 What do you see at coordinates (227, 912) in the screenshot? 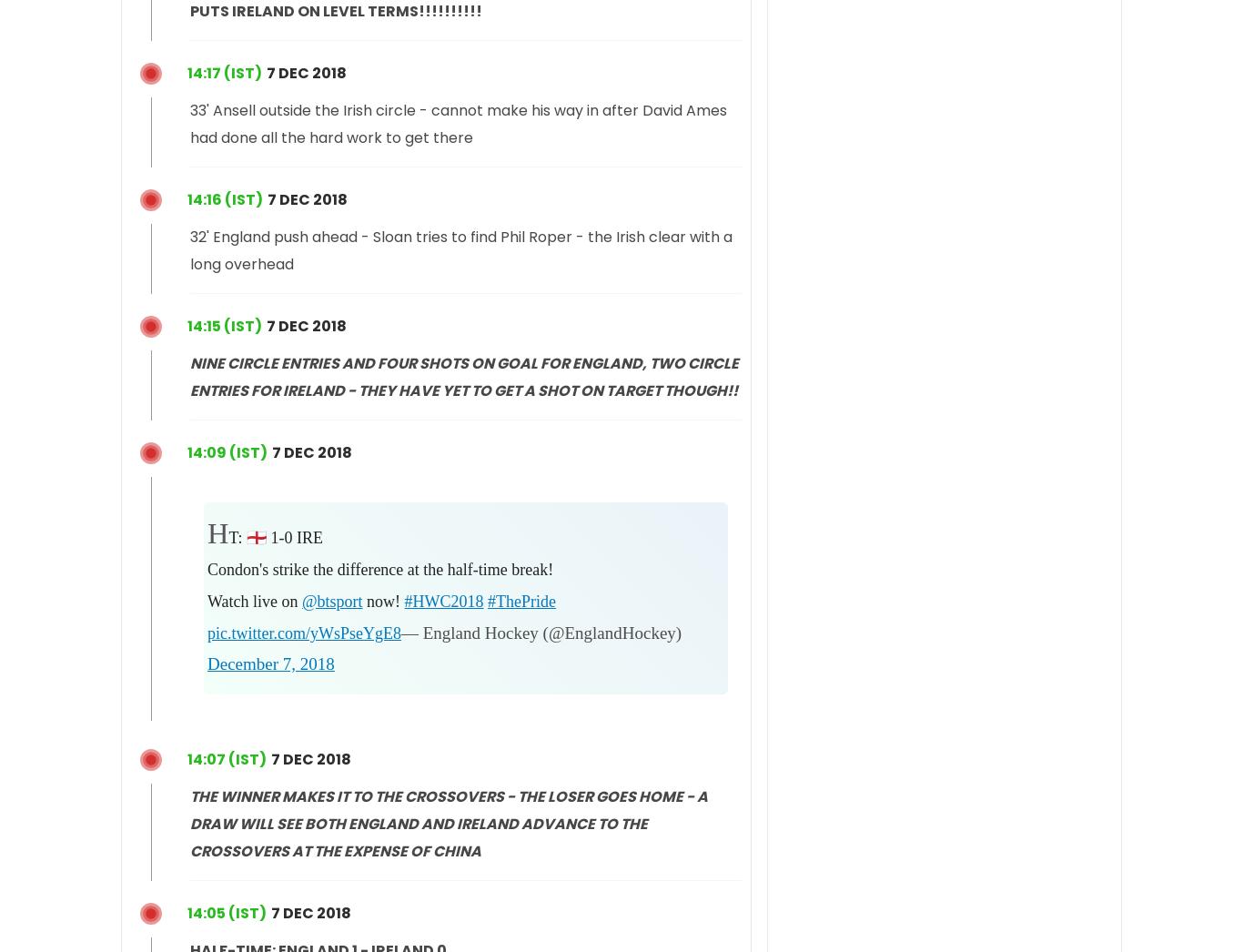
I see `'14:05 (IST)'` at bounding box center [227, 912].